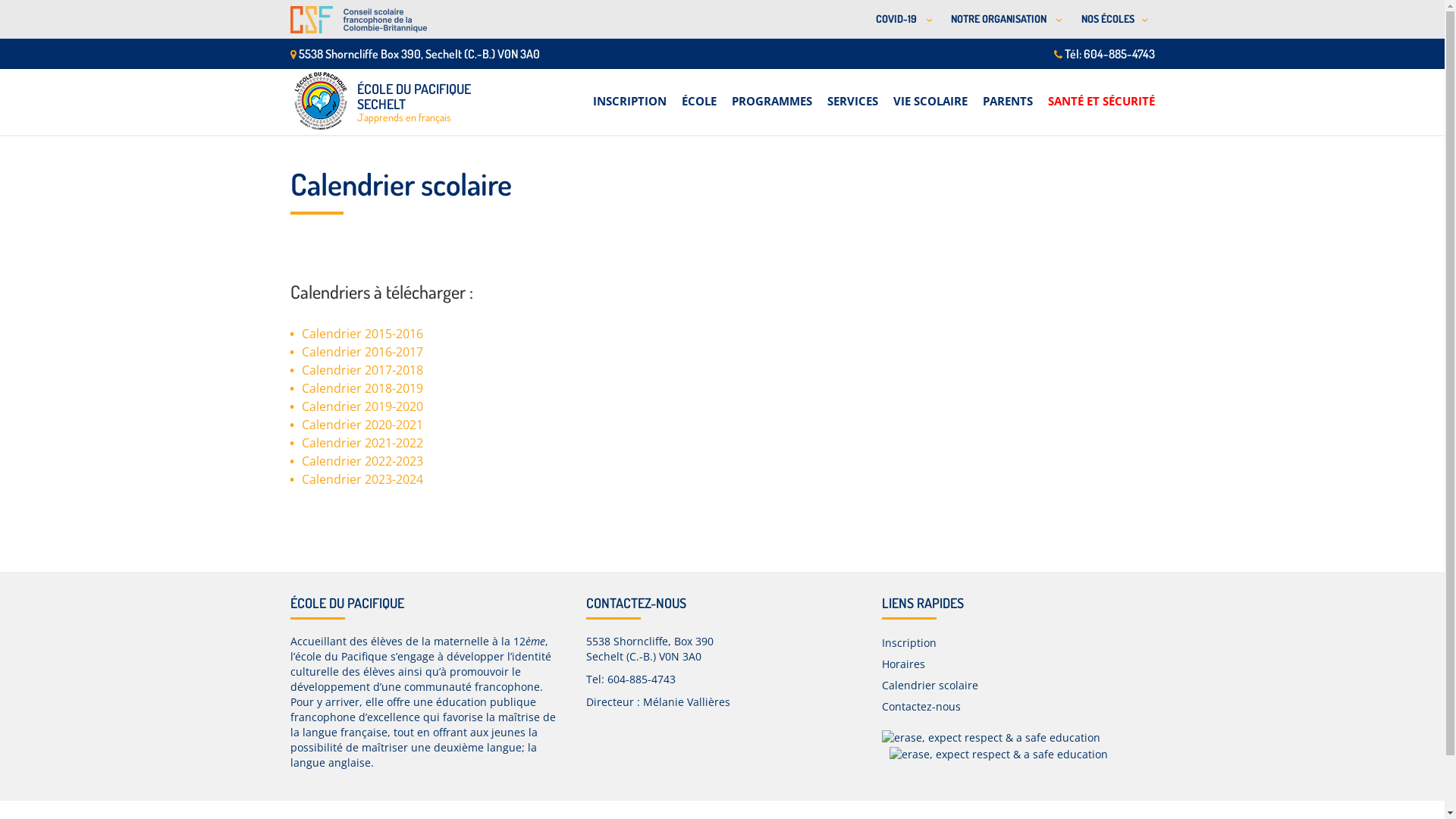 The height and width of the screenshot is (819, 1456). What do you see at coordinates (1004, 19) in the screenshot?
I see `'NOTRE ORGANISATION '` at bounding box center [1004, 19].